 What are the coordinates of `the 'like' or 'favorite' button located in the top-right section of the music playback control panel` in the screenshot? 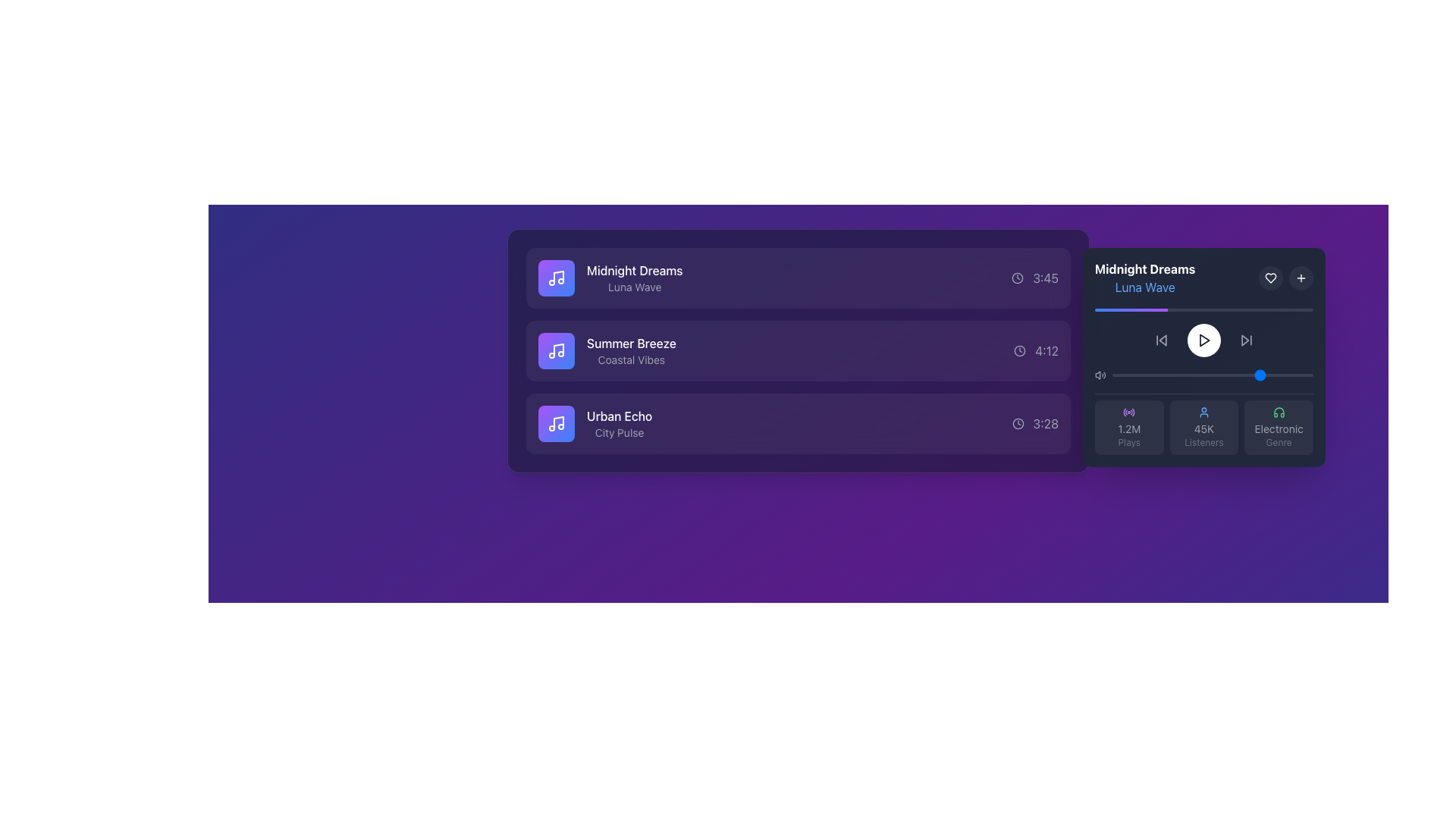 It's located at (1270, 278).